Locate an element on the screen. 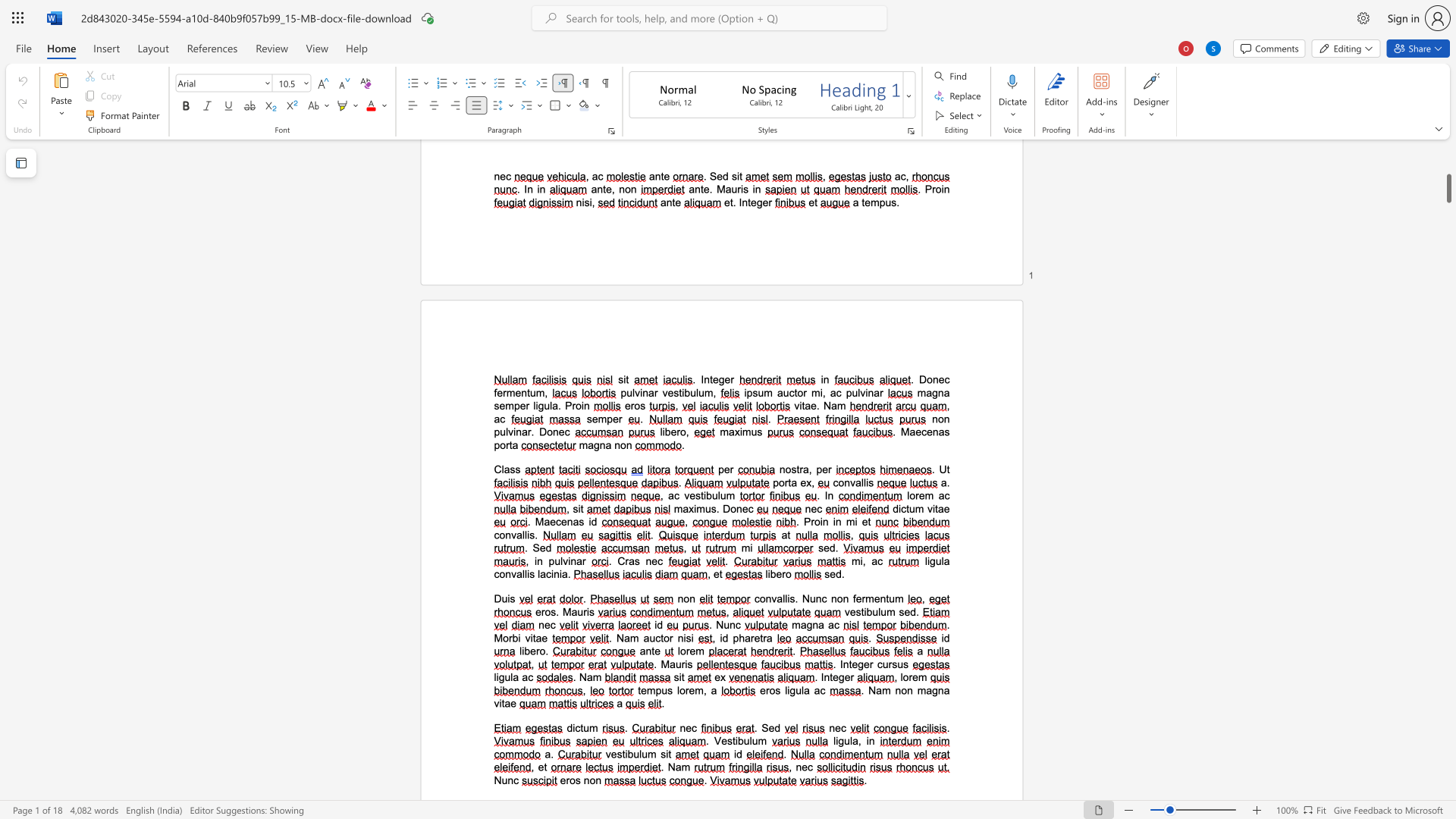 This screenshot has width=1456, height=819. the space between the continuous character "n" and "a" in the text is located at coordinates (576, 561).